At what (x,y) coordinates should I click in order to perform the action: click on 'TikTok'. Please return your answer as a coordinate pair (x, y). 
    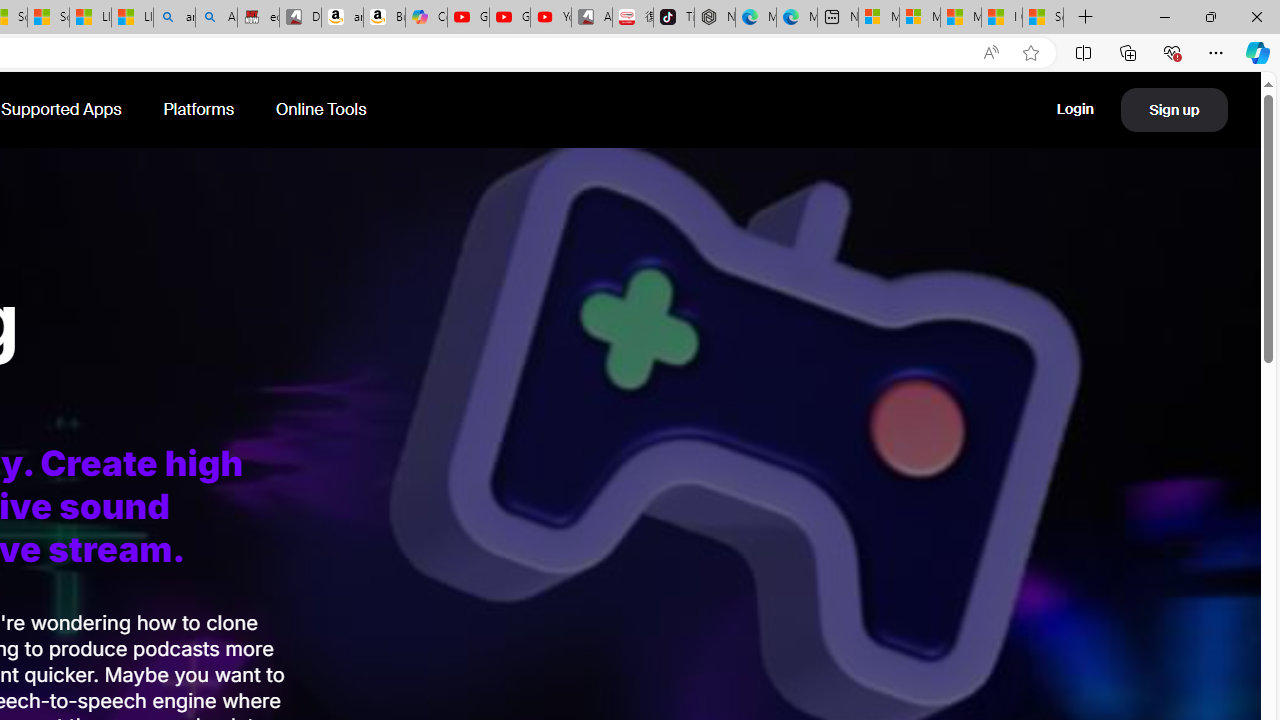
    Looking at the image, I should click on (673, 17).